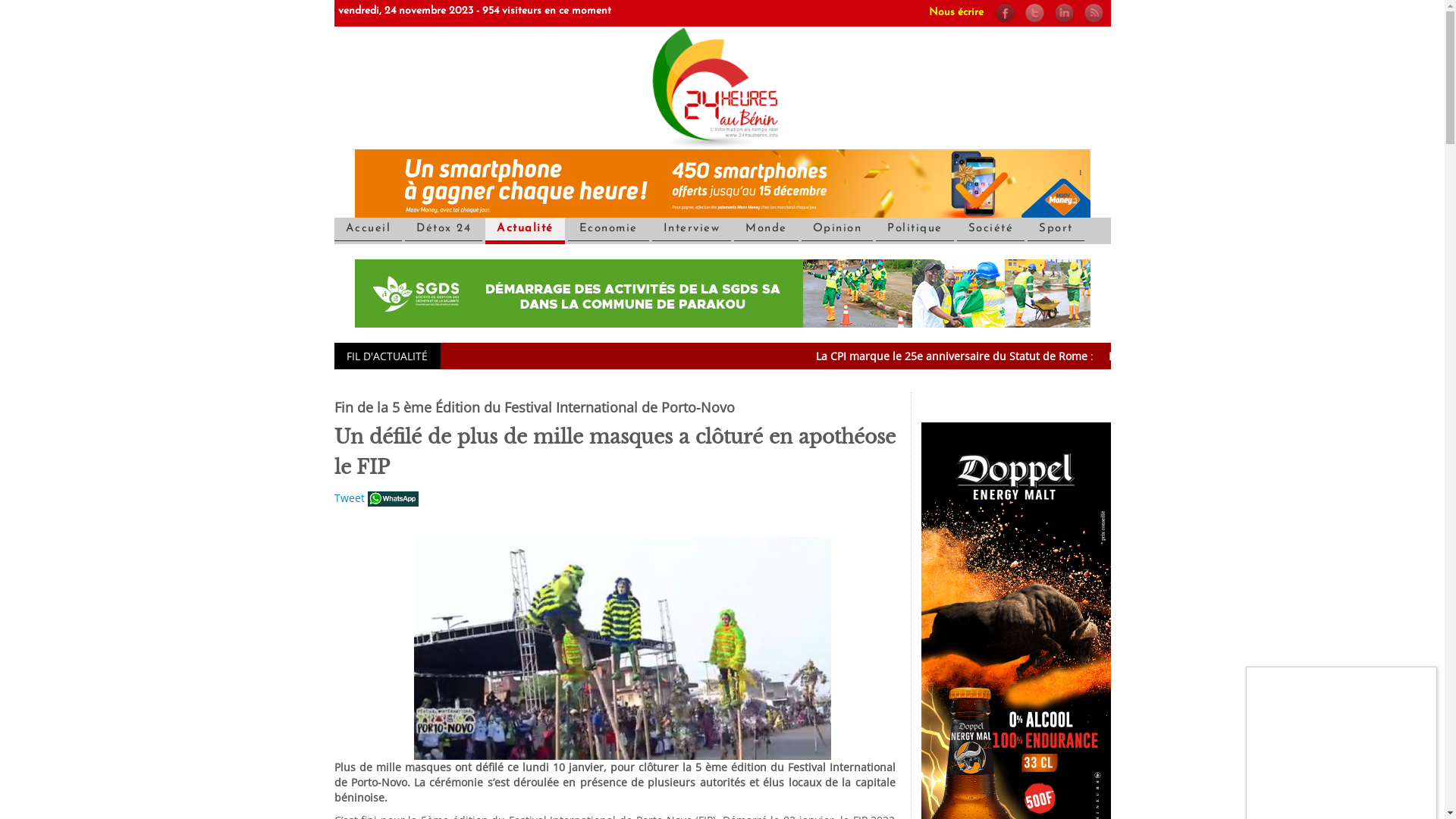  I want to click on 'Politique', so click(914, 229).